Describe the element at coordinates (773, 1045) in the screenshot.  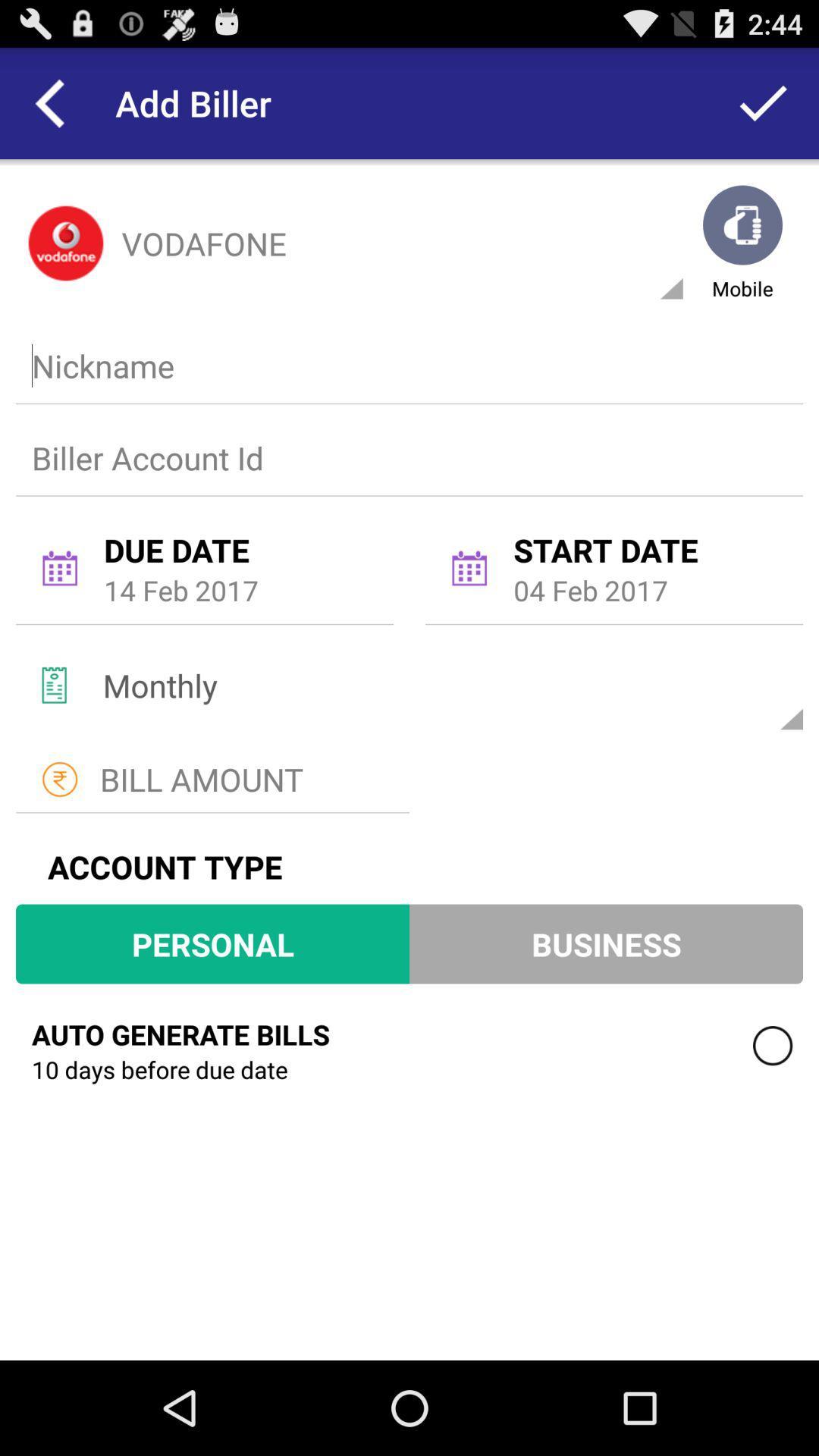
I see `the check box` at that location.